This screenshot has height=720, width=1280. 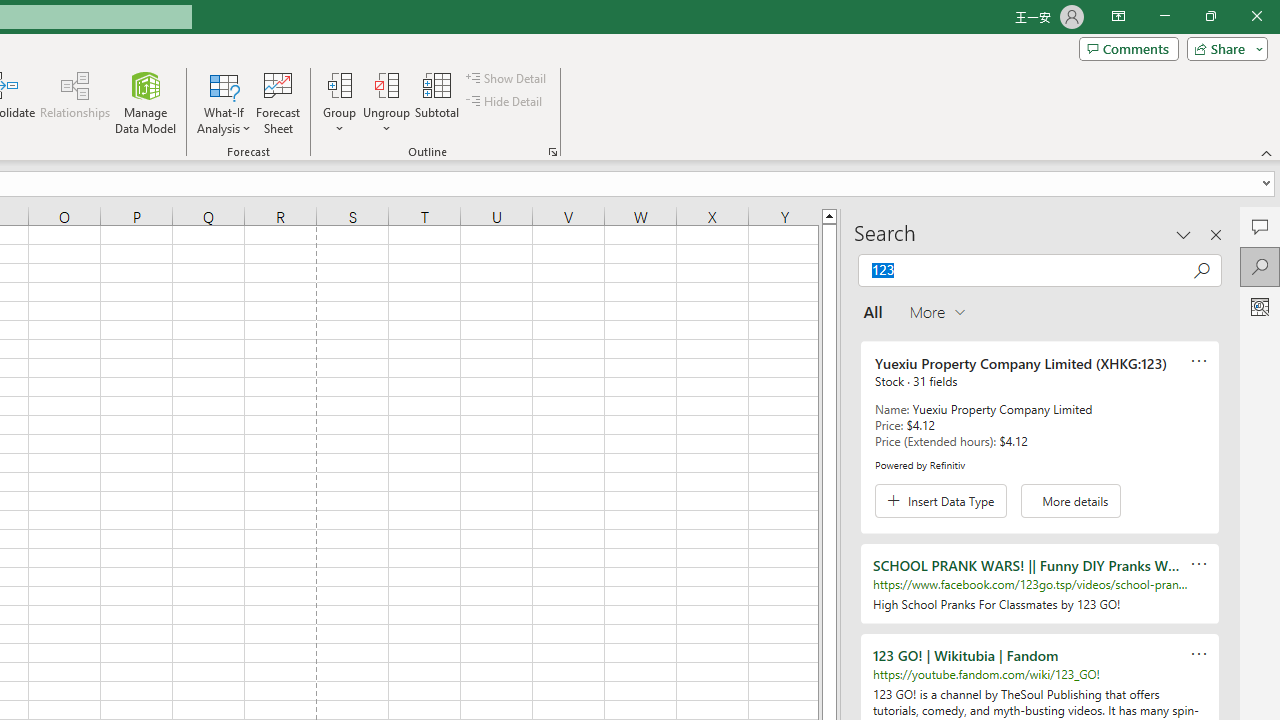 I want to click on 'Subtotal', so click(x=436, y=103).